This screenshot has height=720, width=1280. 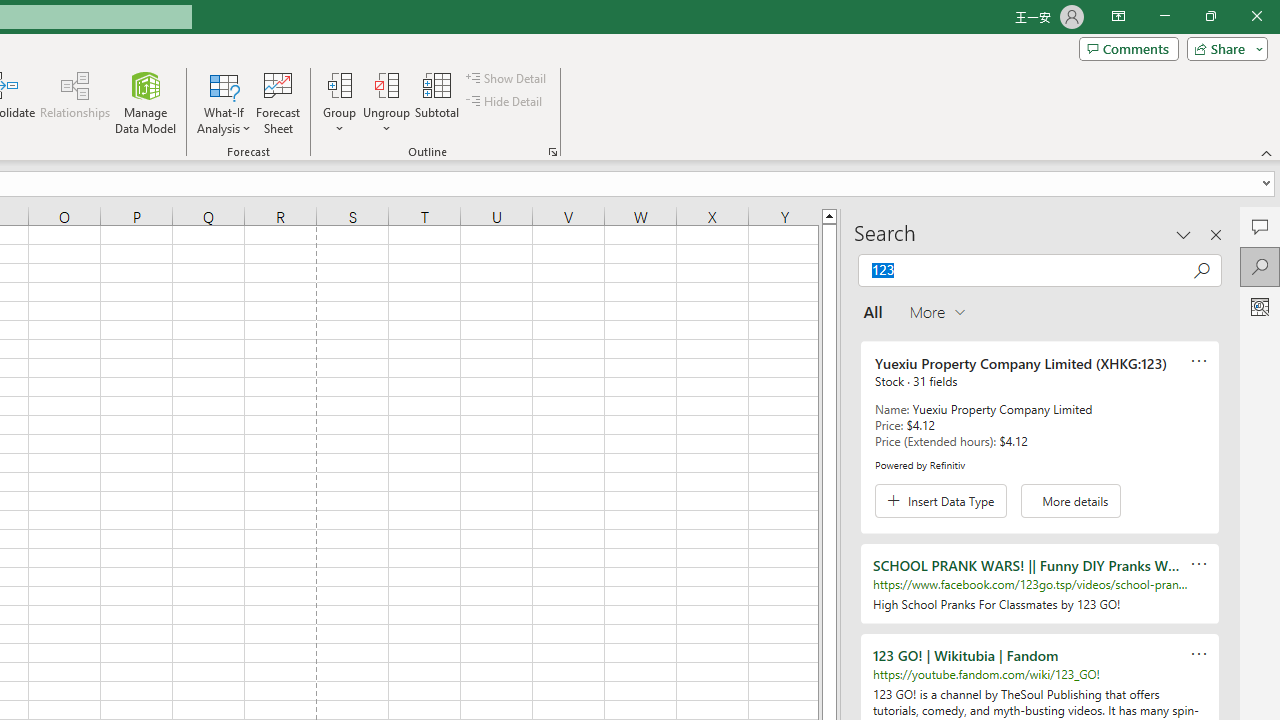 I want to click on 'Subtotal', so click(x=436, y=103).